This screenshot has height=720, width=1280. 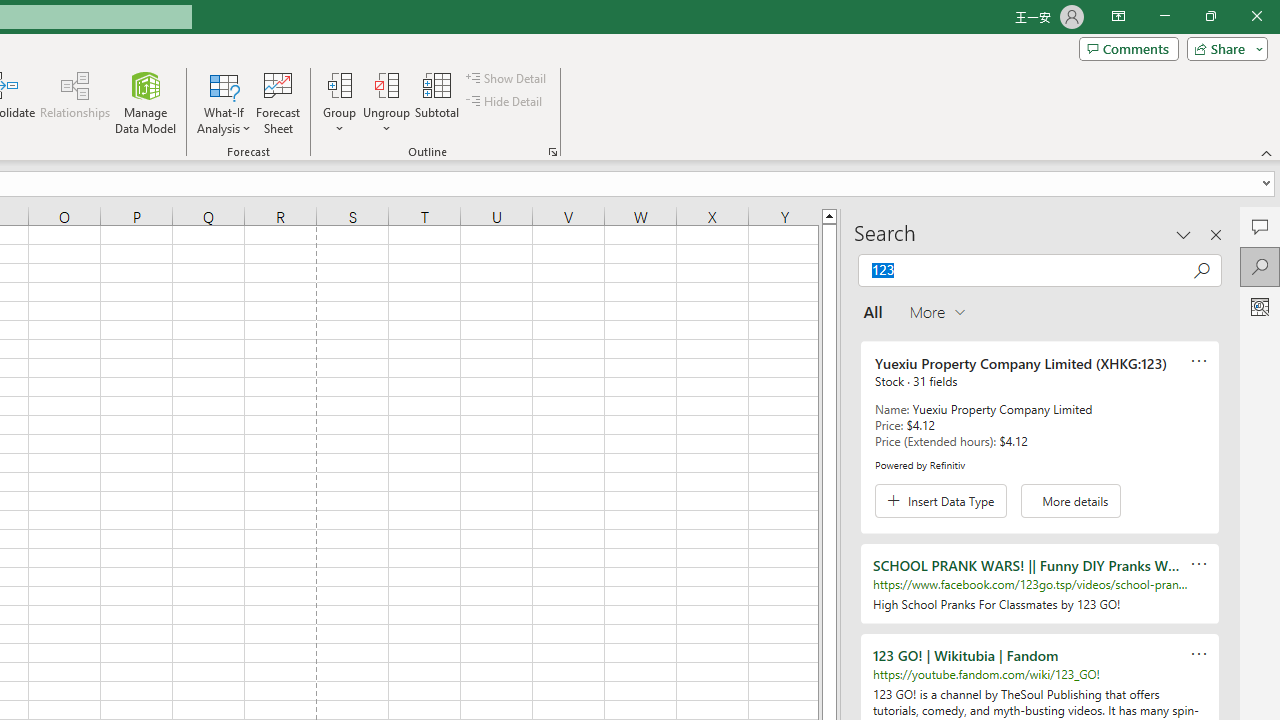 I want to click on 'Subtotal', so click(x=436, y=103).